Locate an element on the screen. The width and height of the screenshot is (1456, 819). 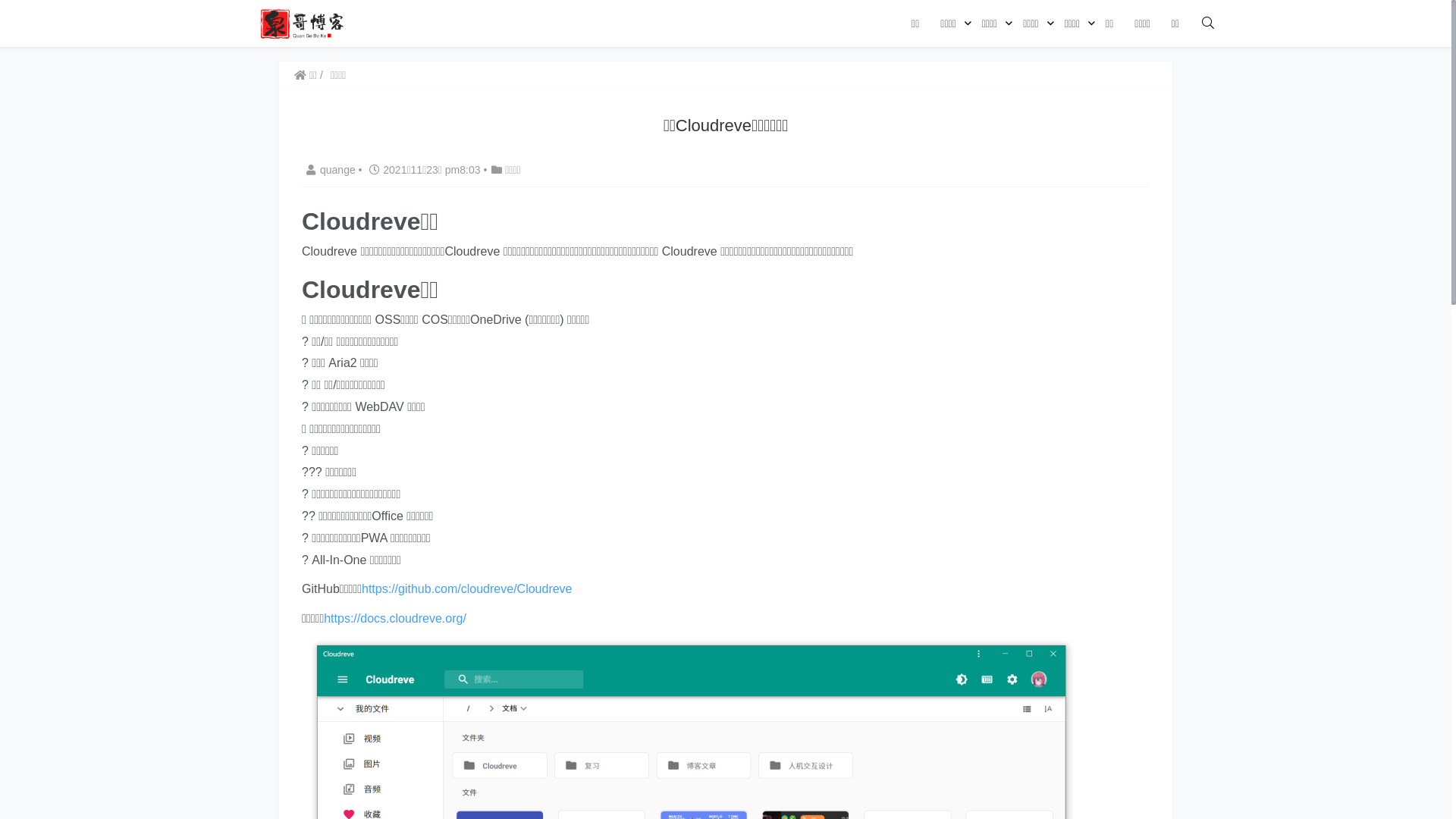
'https://github.com/cloudreve/Cloudreve' is located at coordinates (466, 588).